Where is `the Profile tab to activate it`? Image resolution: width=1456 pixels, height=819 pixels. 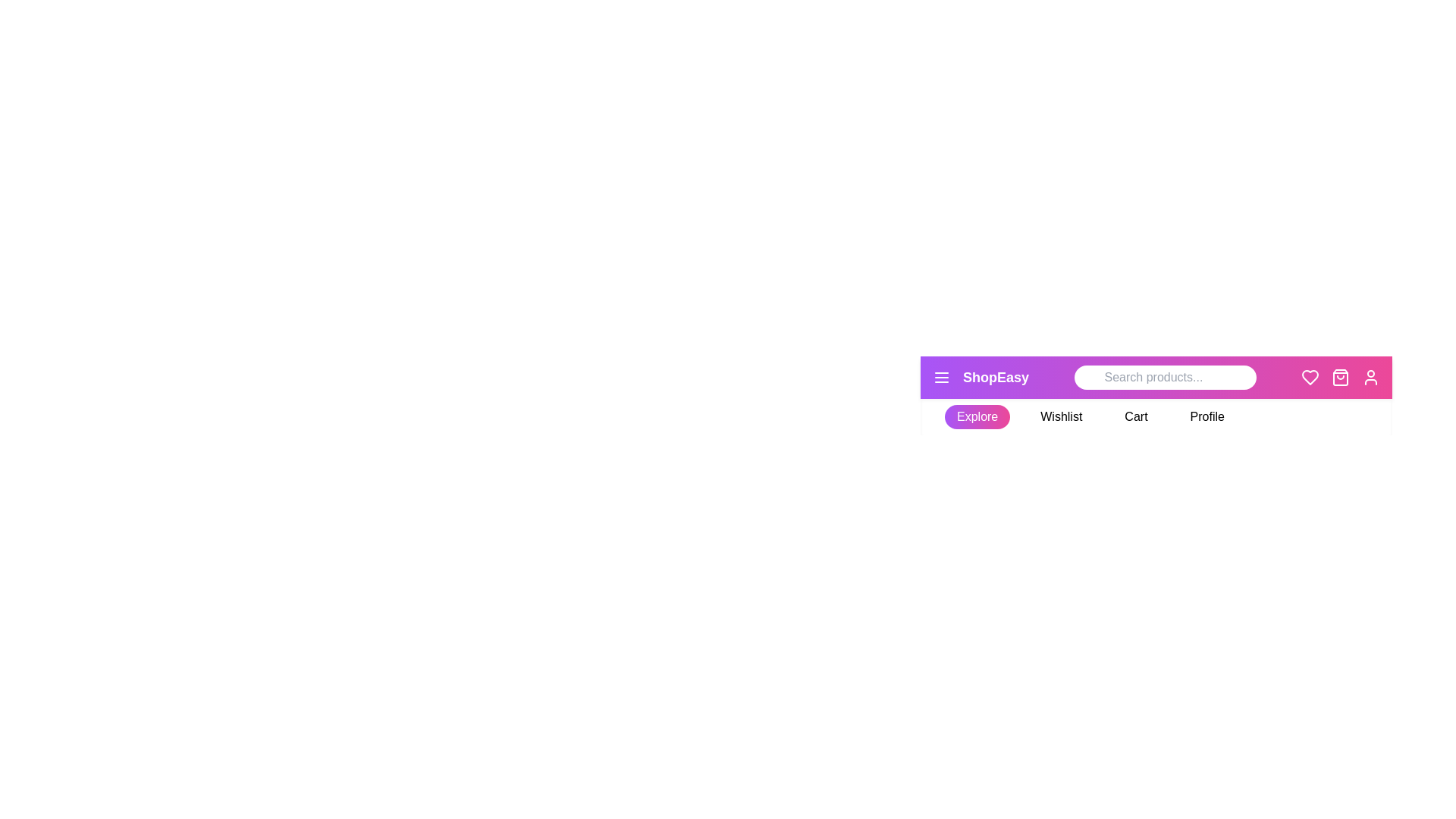
the Profile tab to activate it is located at coordinates (1207, 417).